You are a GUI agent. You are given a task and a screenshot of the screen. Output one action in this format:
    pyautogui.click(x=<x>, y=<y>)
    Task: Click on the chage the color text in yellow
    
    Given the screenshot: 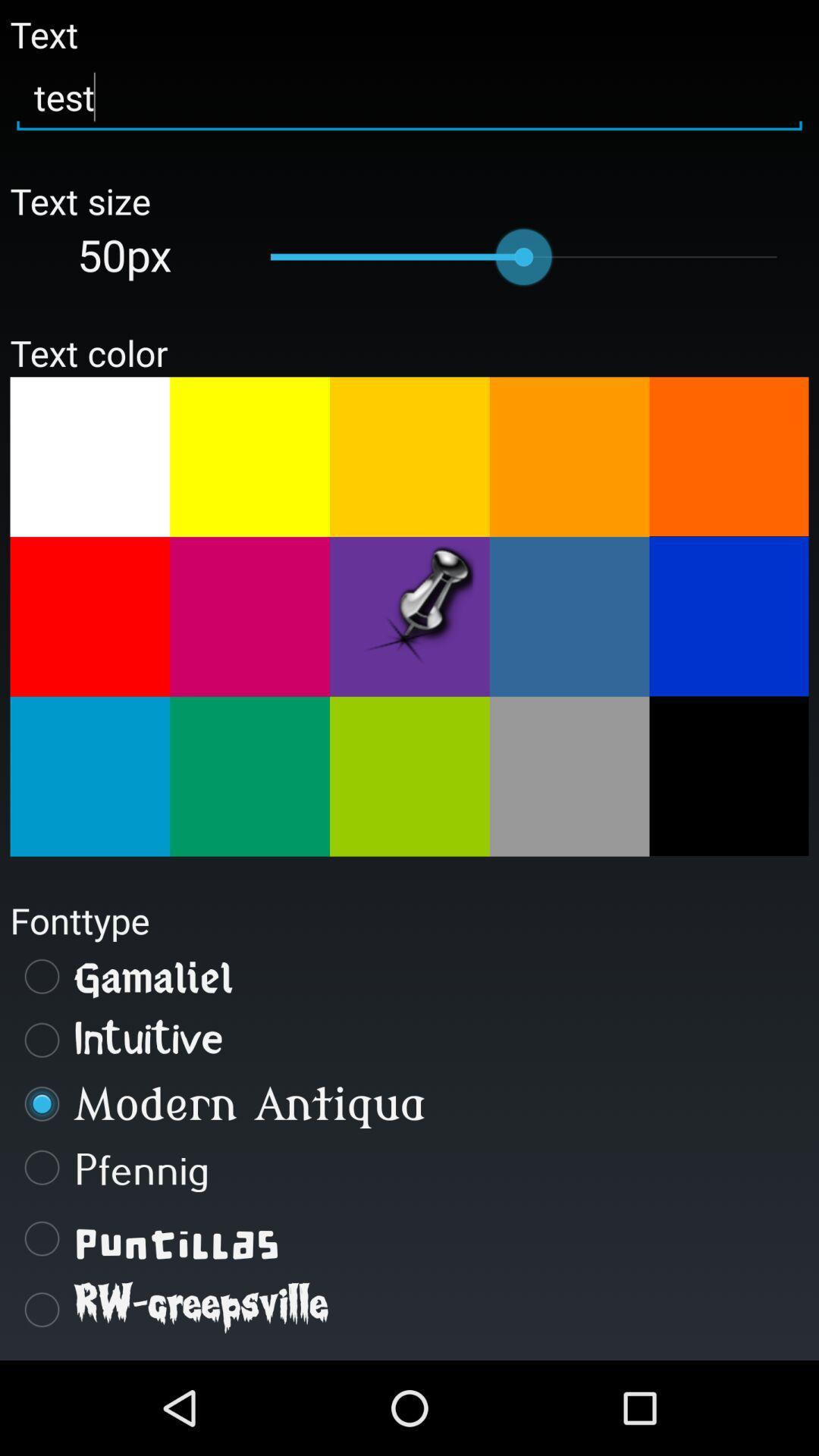 What is the action you would take?
    pyautogui.click(x=409, y=456)
    